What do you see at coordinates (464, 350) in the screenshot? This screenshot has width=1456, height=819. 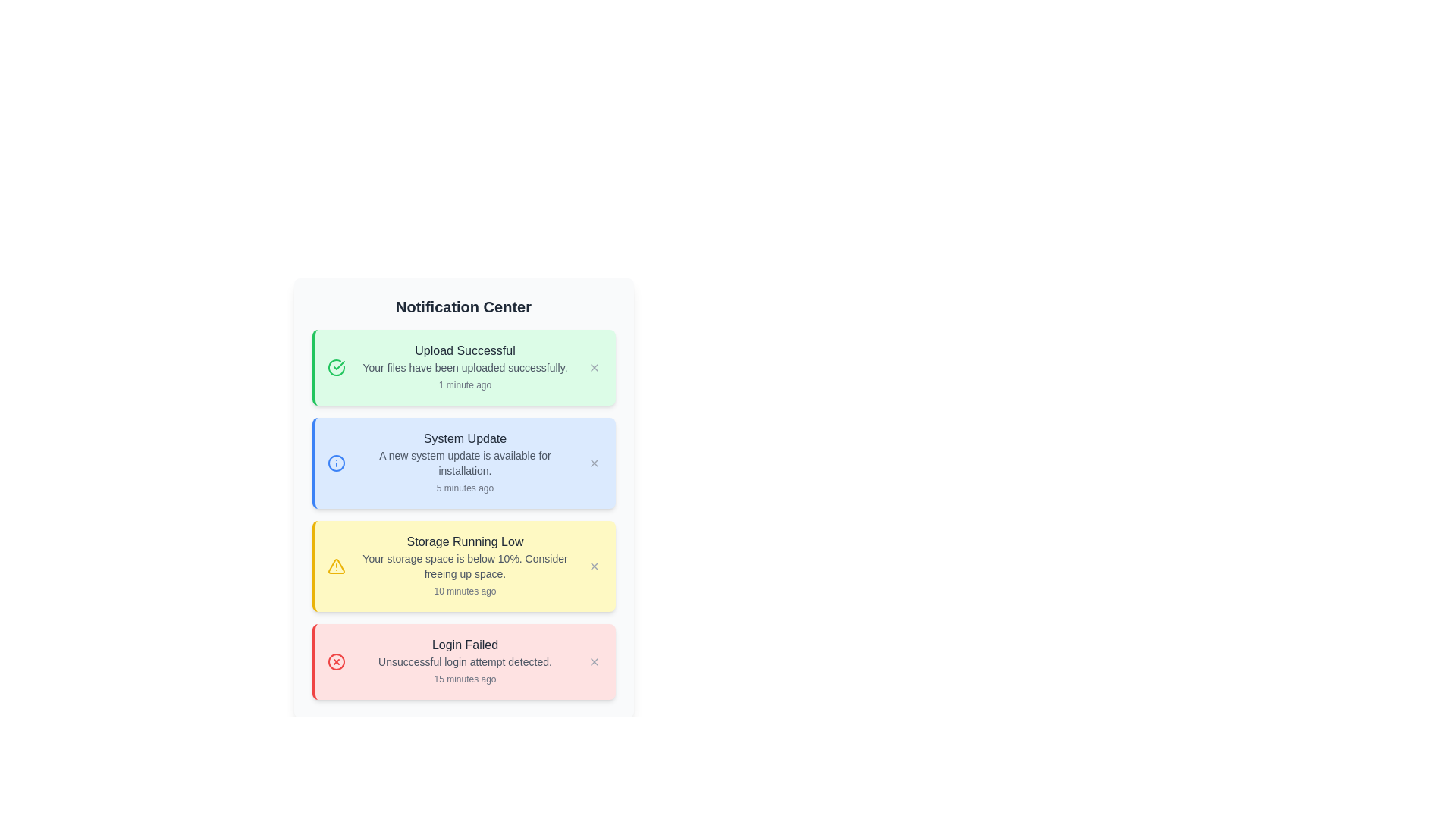 I see `text label that displays 'Upload Successful' at the top of the notification card` at bounding box center [464, 350].